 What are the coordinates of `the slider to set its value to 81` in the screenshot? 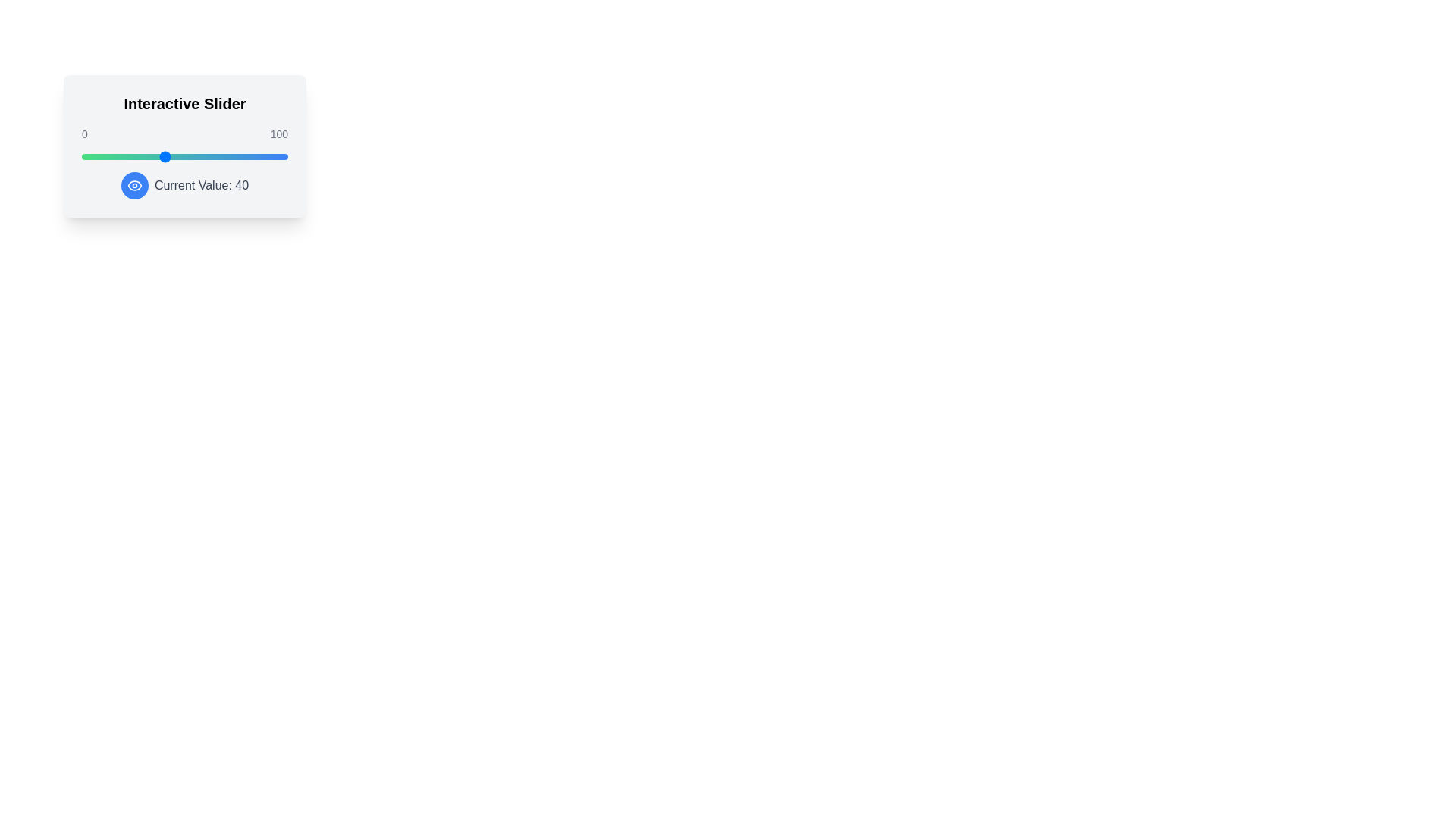 It's located at (249, 157).